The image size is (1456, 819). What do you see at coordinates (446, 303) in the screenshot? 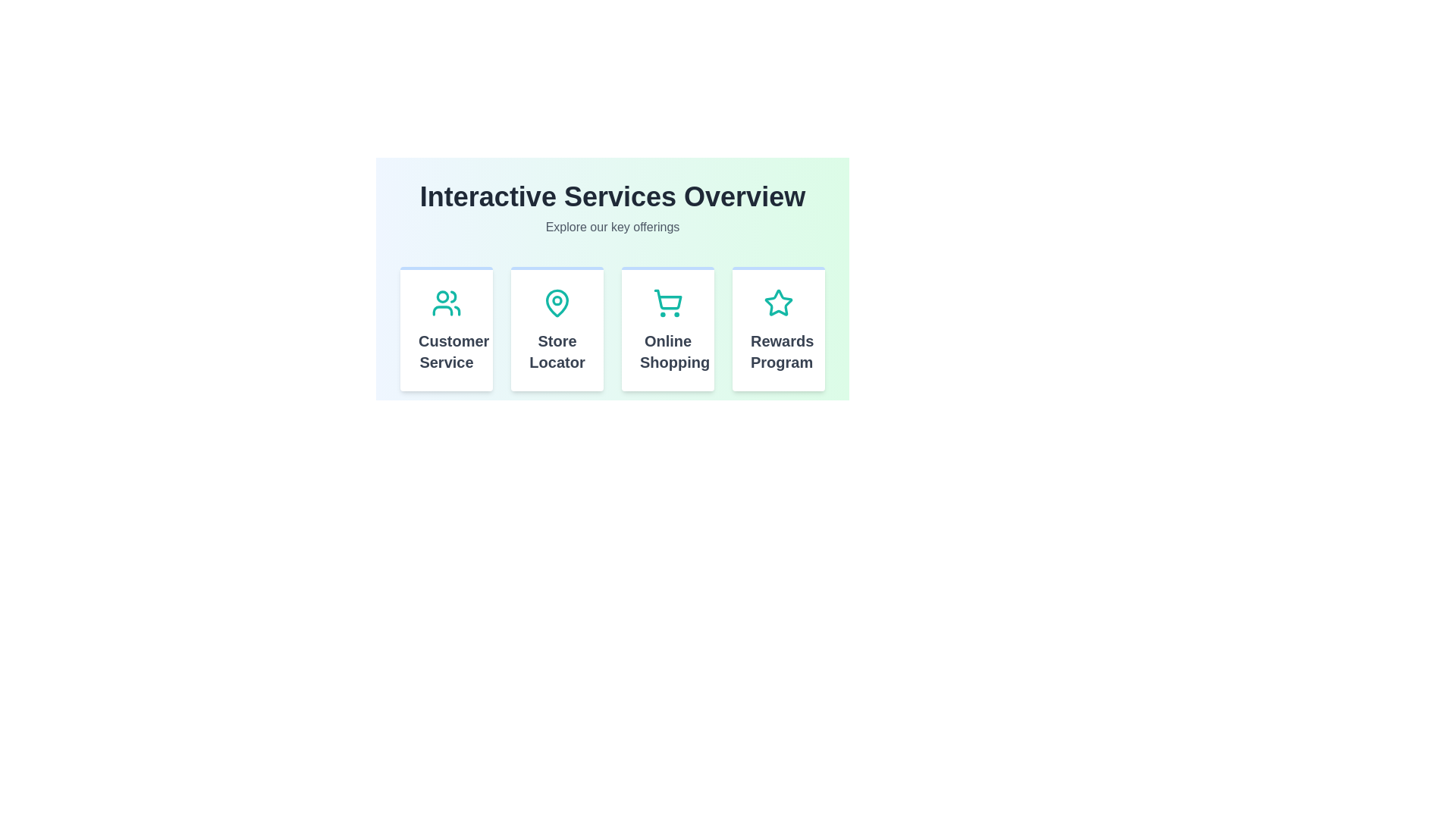
I see `the teal icon representing a group of people, located at the top-center of the 'Customer Service' card in the 'Interactive Services Overview'` at bounding box center [446, 303].